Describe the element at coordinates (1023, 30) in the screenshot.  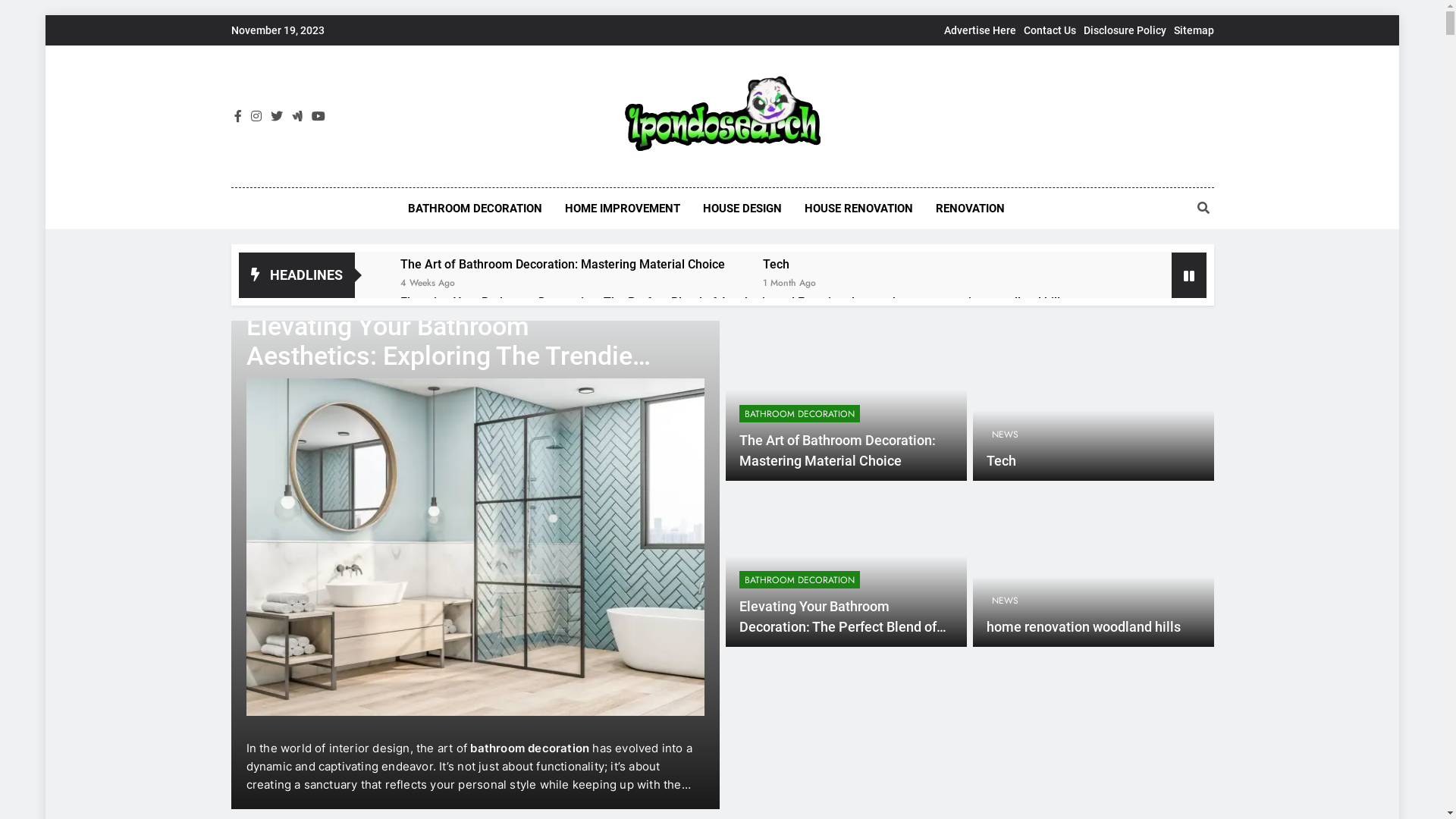
I see `'Contact Us'` at that location.